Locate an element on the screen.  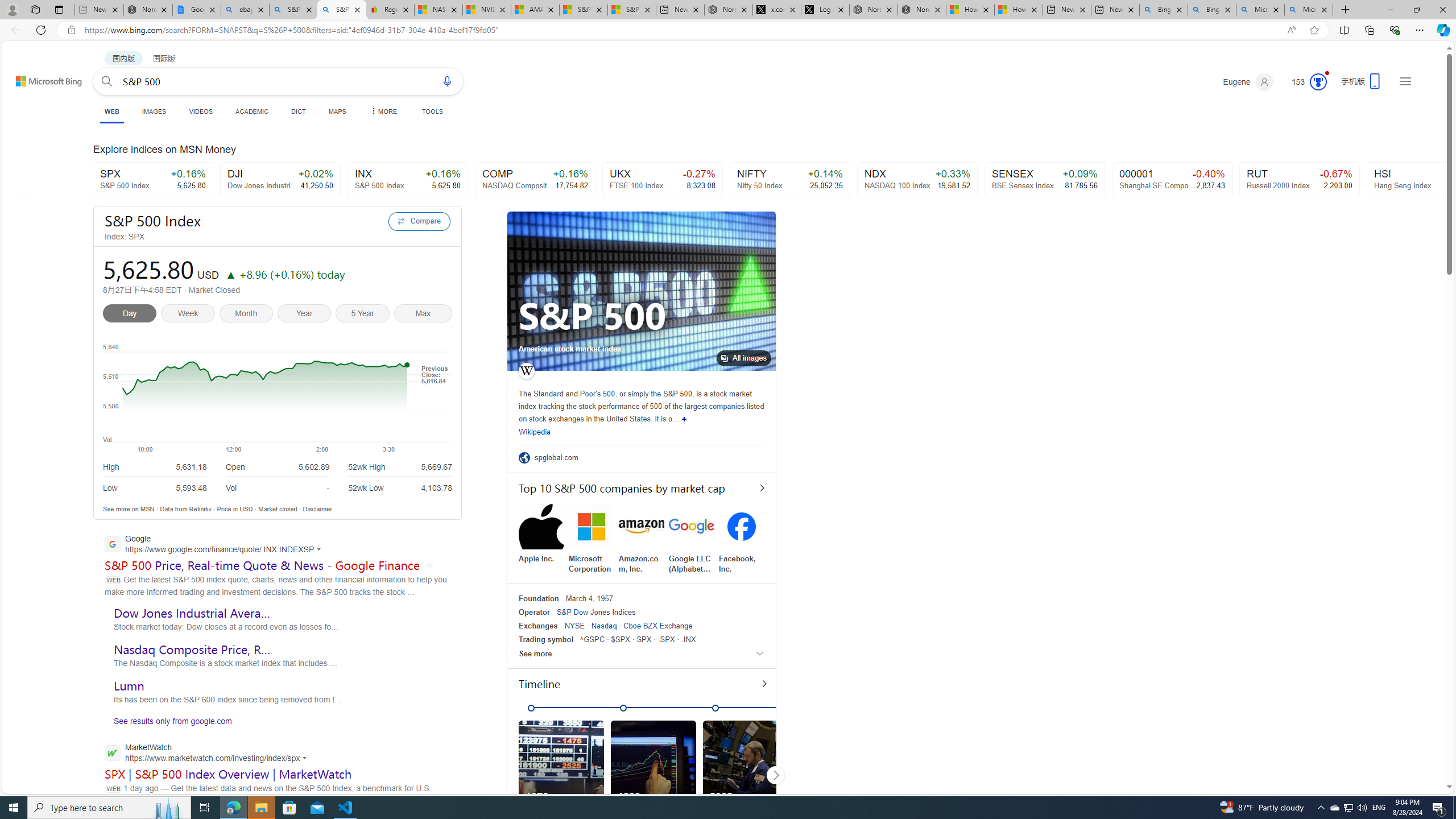
'Skip to content' is located at coordinates (36, 76).